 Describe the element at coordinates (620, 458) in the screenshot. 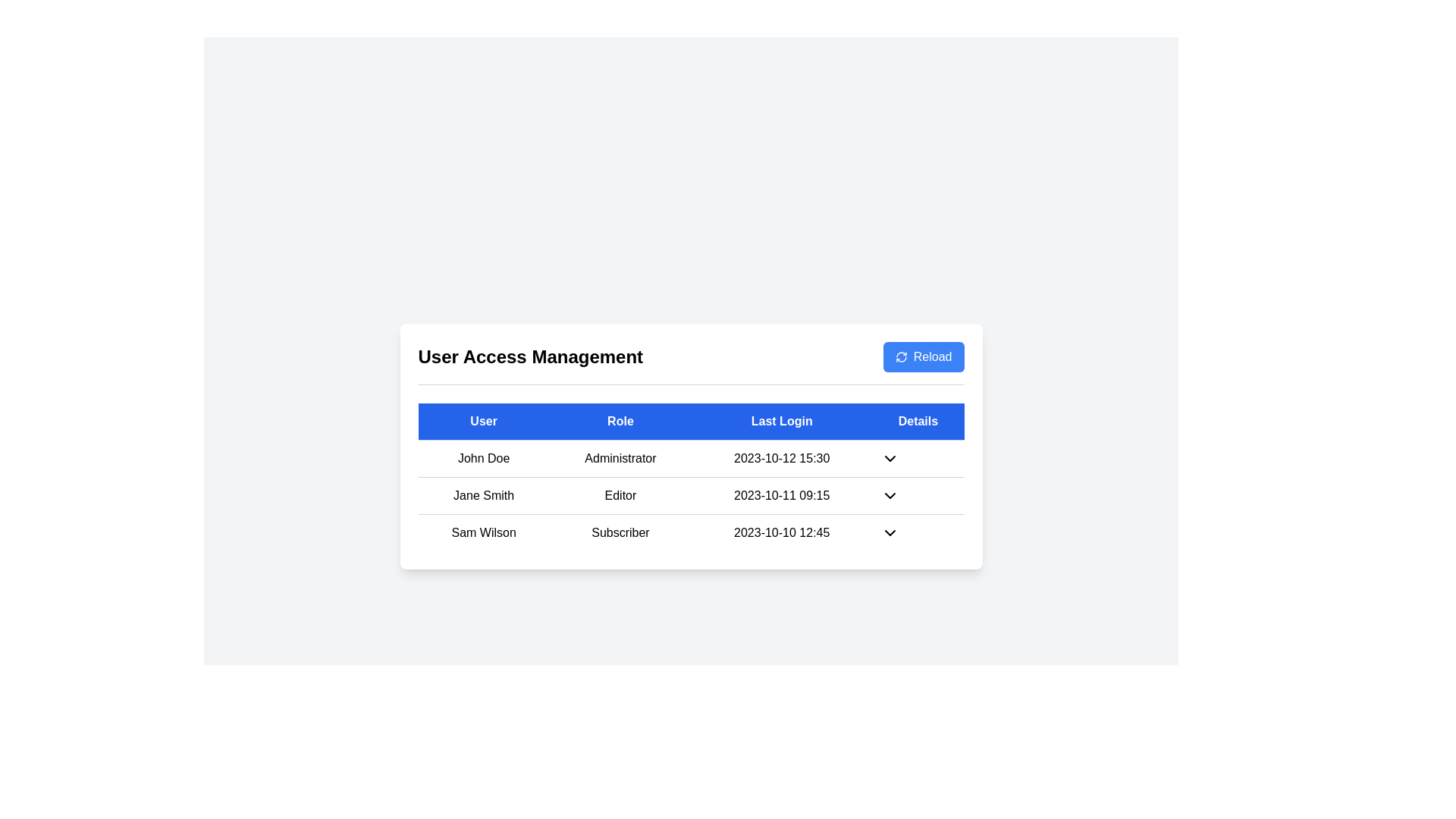

I see `text displayed in the second cell of the 'Role' column for the user 'John Doe' in the 'User Access Management' section` at that location.